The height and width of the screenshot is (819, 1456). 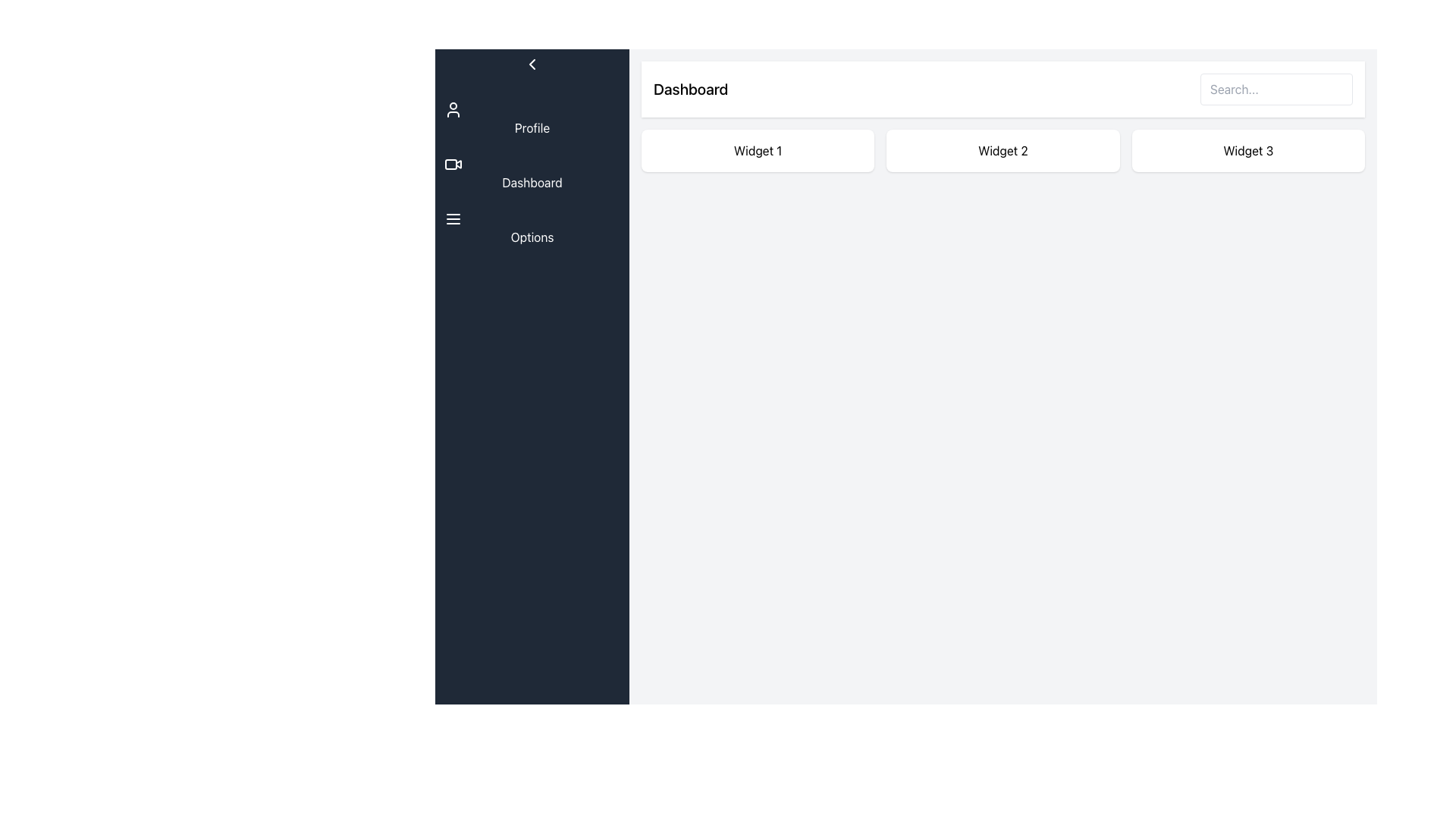 What do you see at coordinates (532, 63) in the screenshot?
I see `the topmost leftward pointing chevron arrow icon on the dark blue background` at bounding box center [532, 63].